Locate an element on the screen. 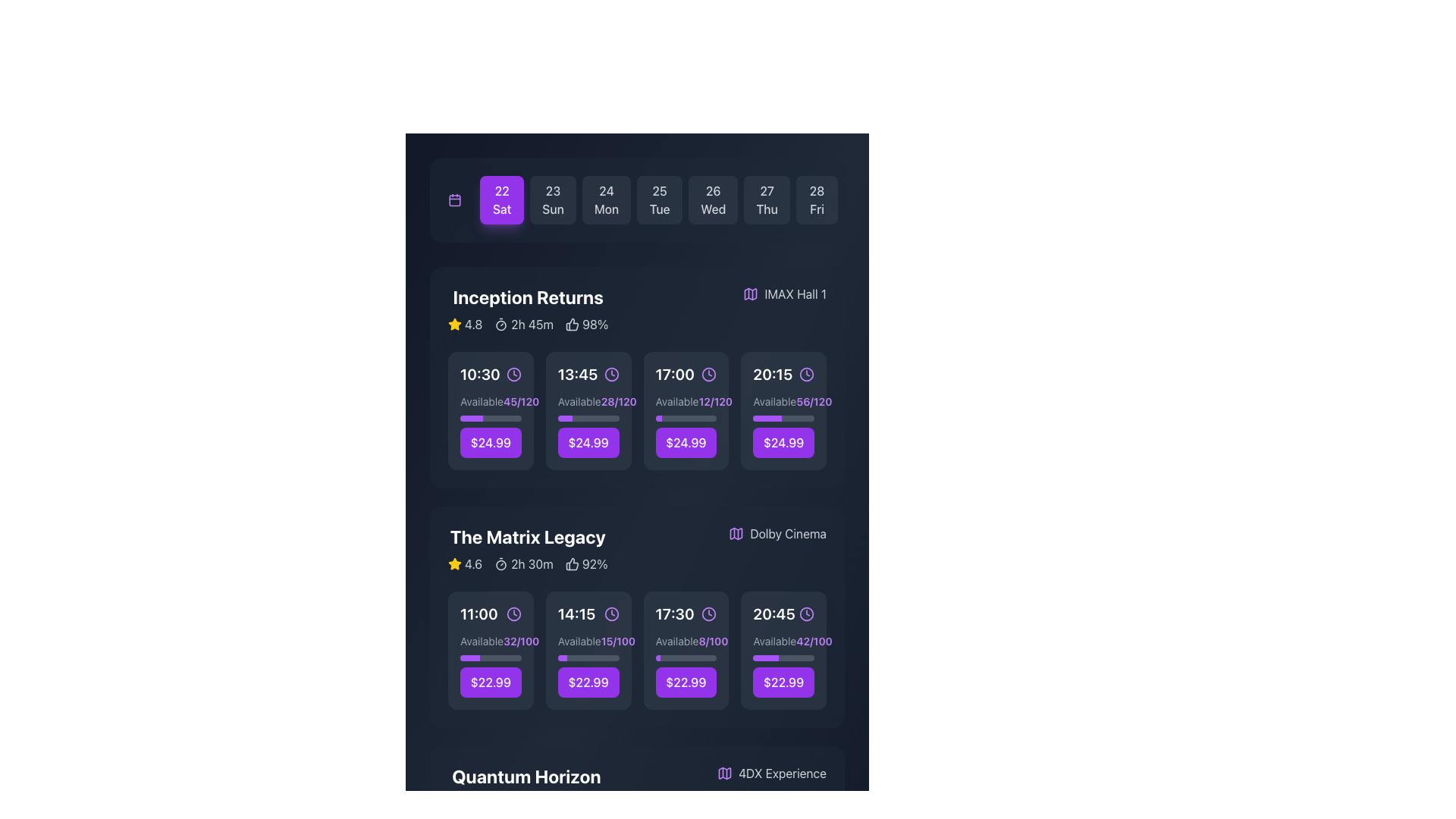 The image size is (1456, 819). the button associated with the movie showtime section is located at coordinates (498, 649).